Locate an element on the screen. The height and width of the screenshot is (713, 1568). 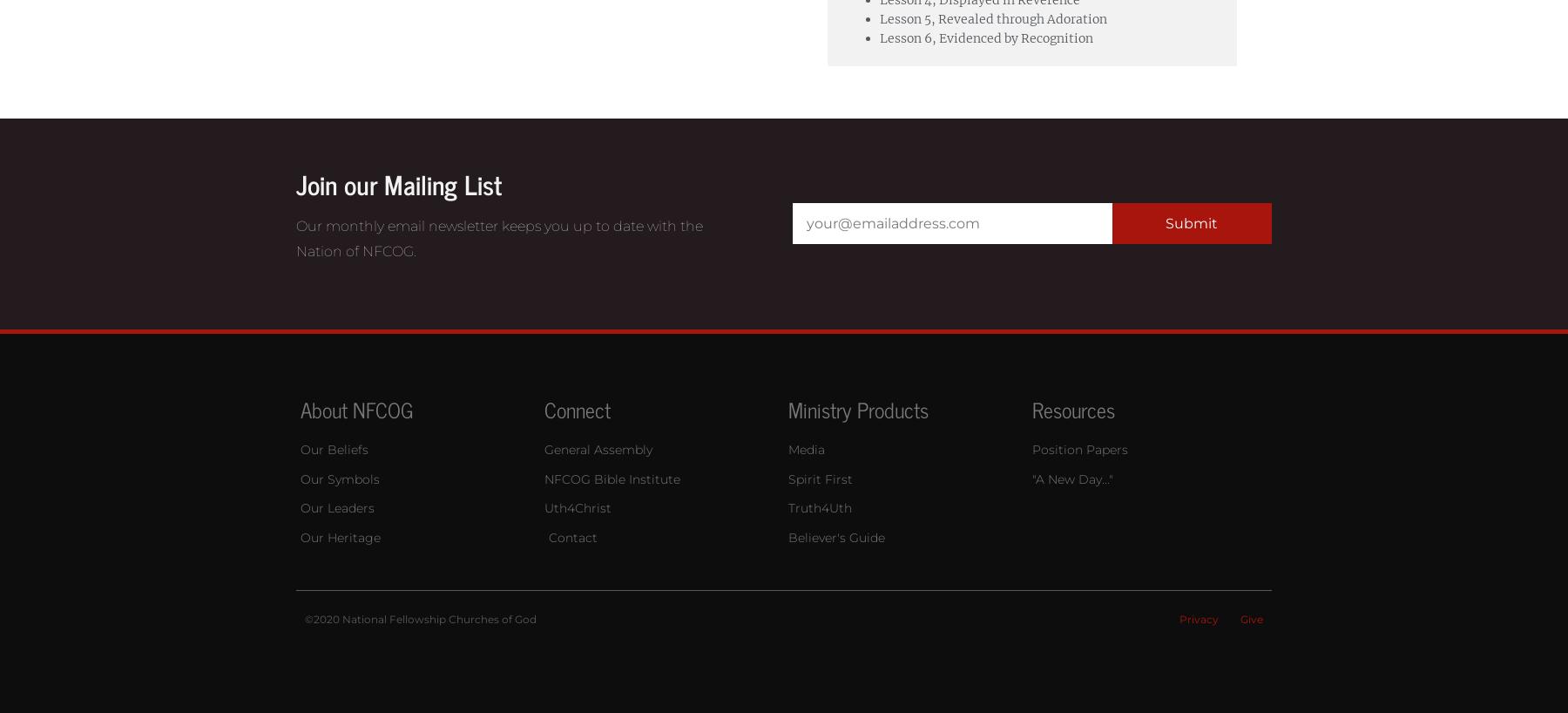
'Truth4Uth' is located at coordinates (819, 506).